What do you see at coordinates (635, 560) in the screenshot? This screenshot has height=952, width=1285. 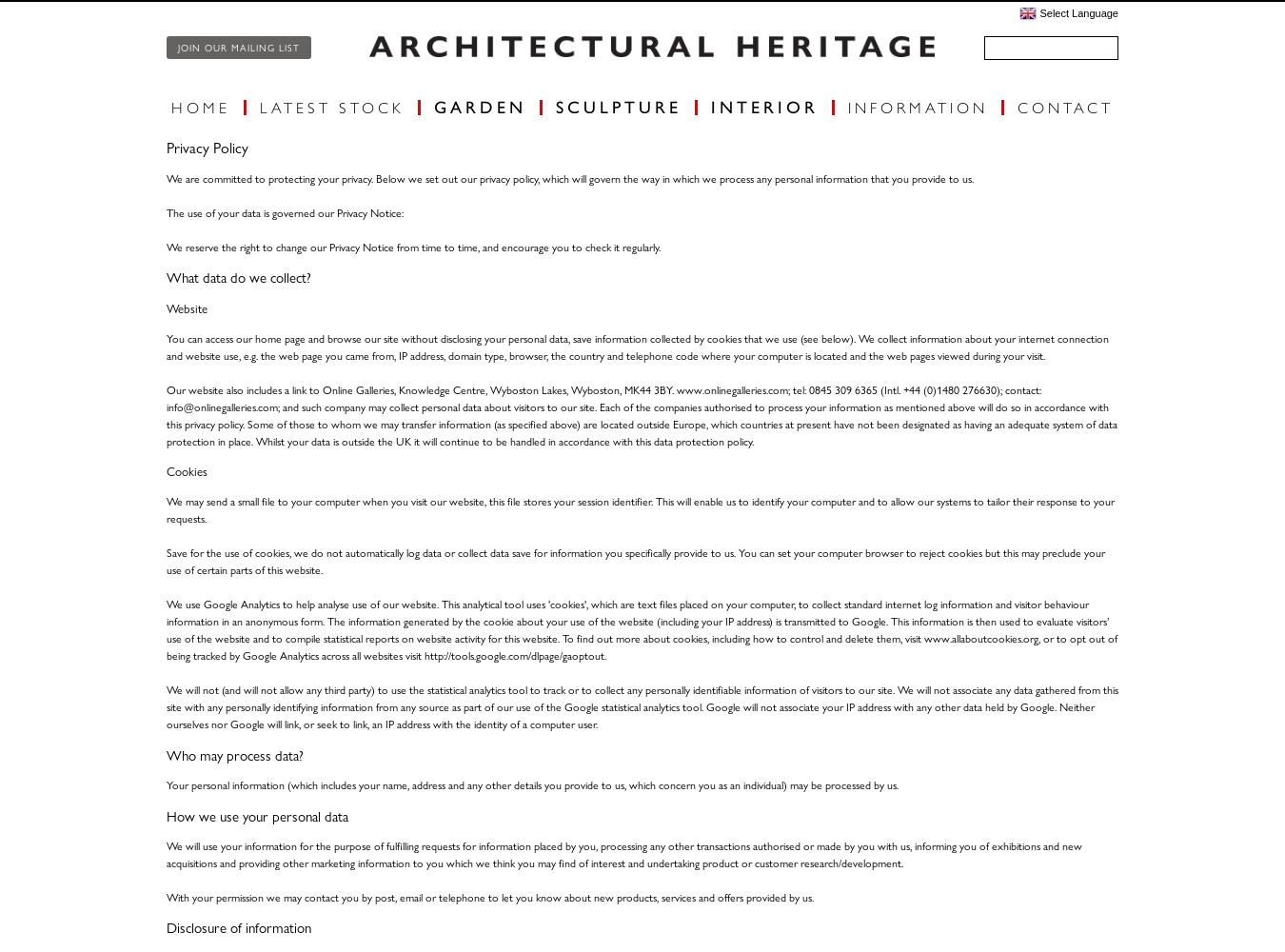 I see `'Save for the use of cookies, we do not automatically log data or collect data save for
information you specifically provide to us. You can set your computer browser to reject cookies
but this may preclude your use of certain parts of this website.'` at bounding box center [635, 560].